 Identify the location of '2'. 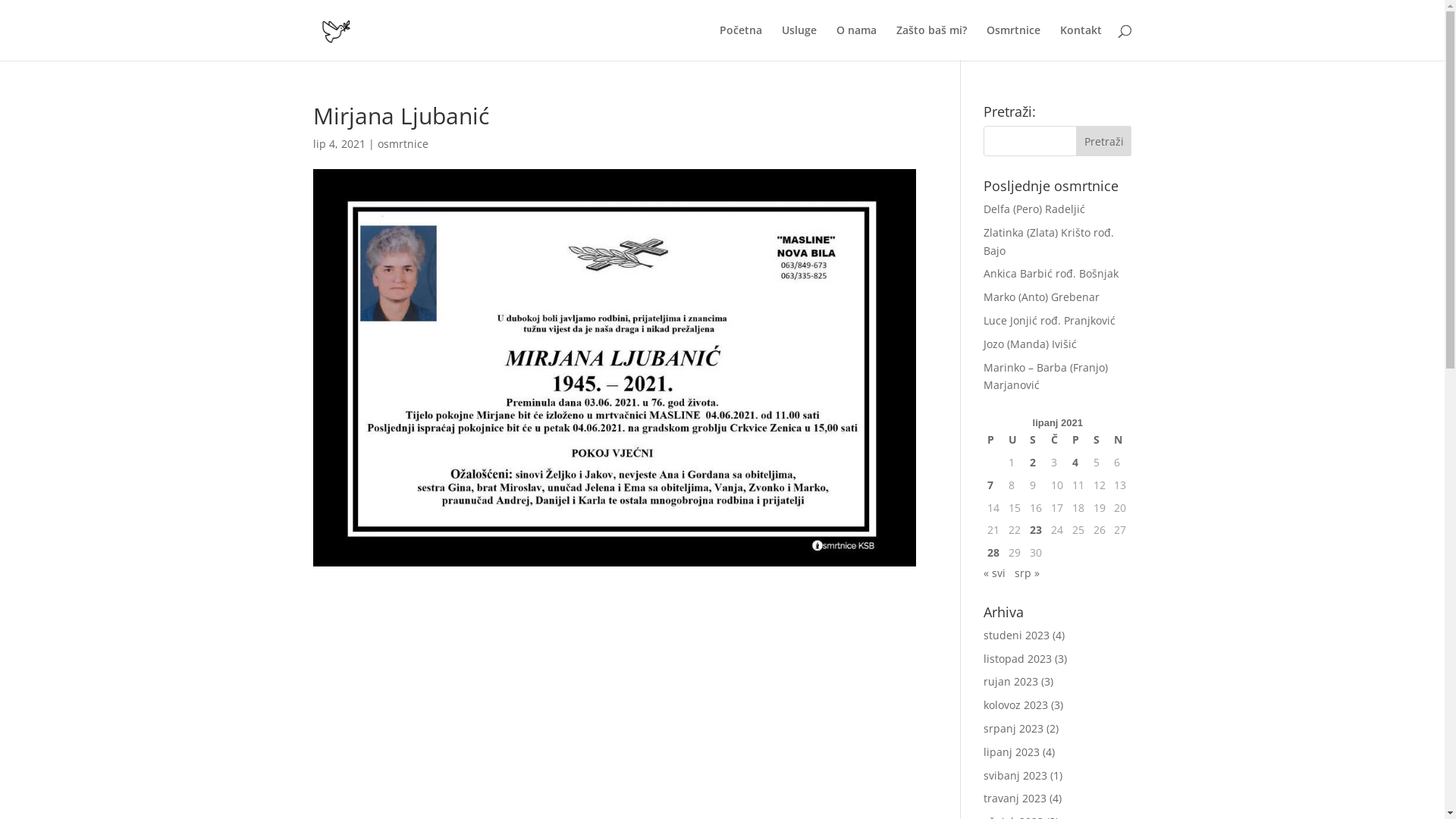
(1030, 461).